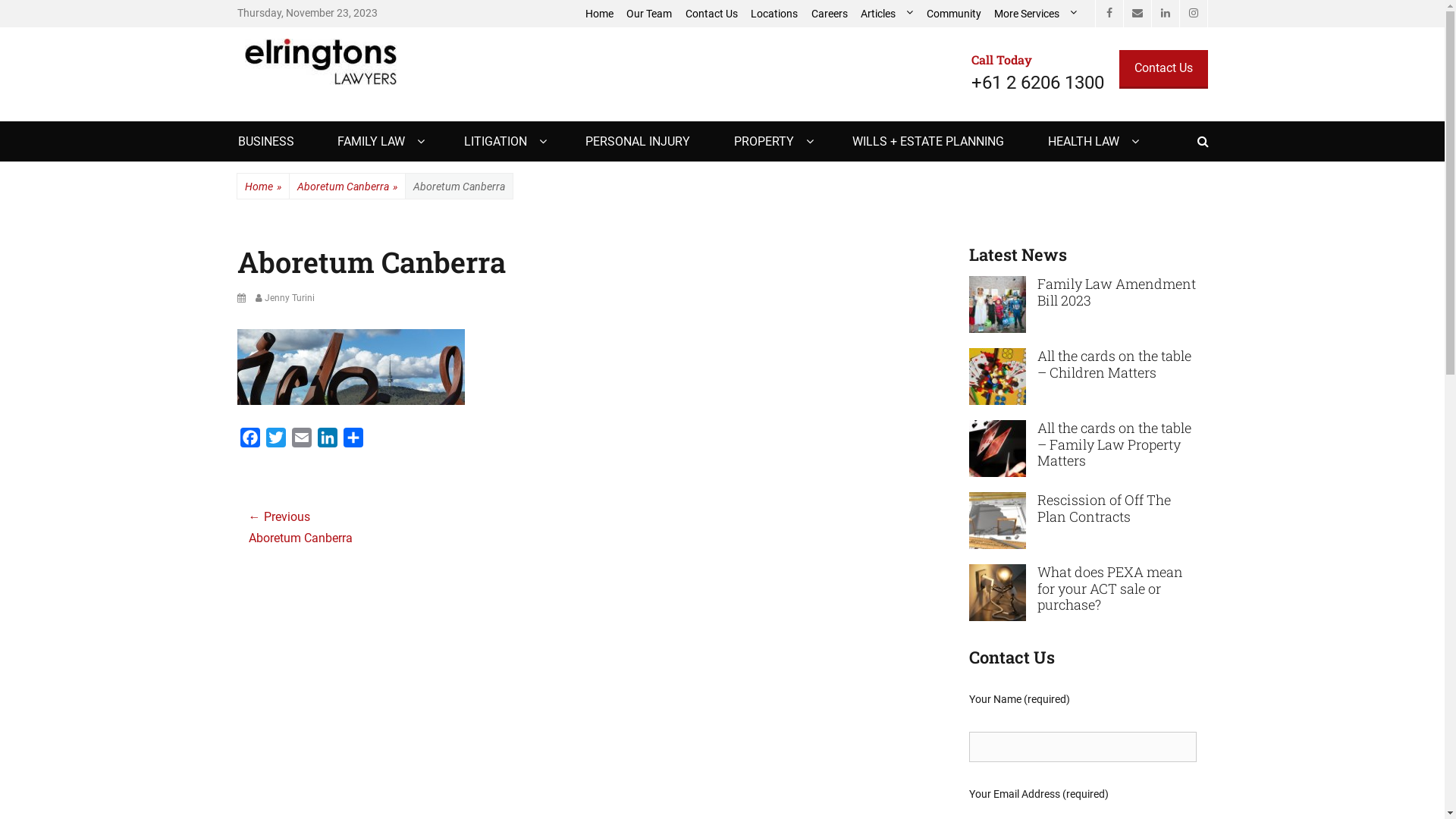  Describe the element at coordinates (1037, 292) in the screenshot. I see `'Family Law Amendment Bill 2023'` at that location.